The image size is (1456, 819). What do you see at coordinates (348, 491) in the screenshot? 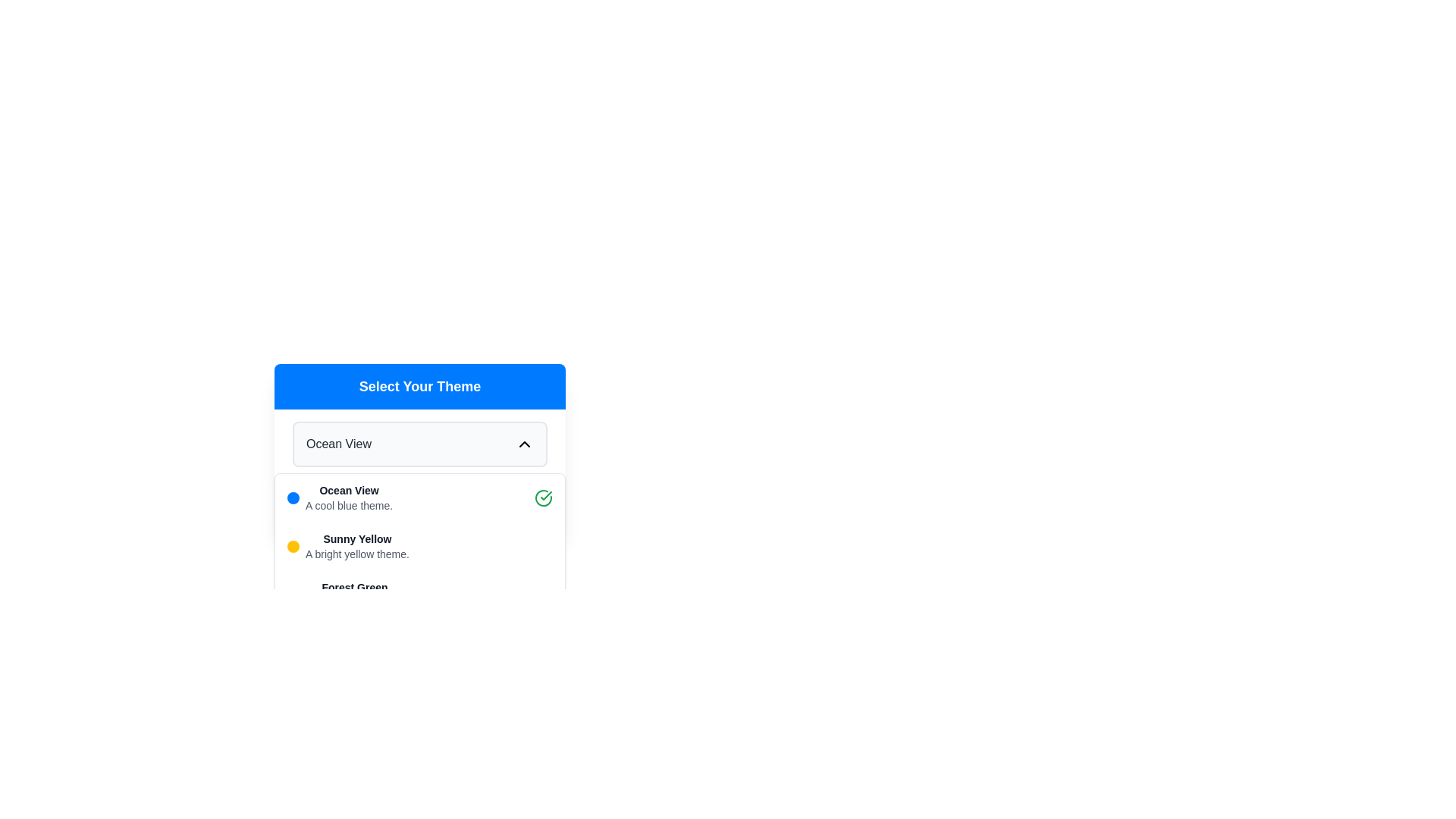
I see `the 'Ocean View' text label located in the dropdown menu titled 'Select Your Theme' for accessibility purposes` at bounding box center [348, 491].